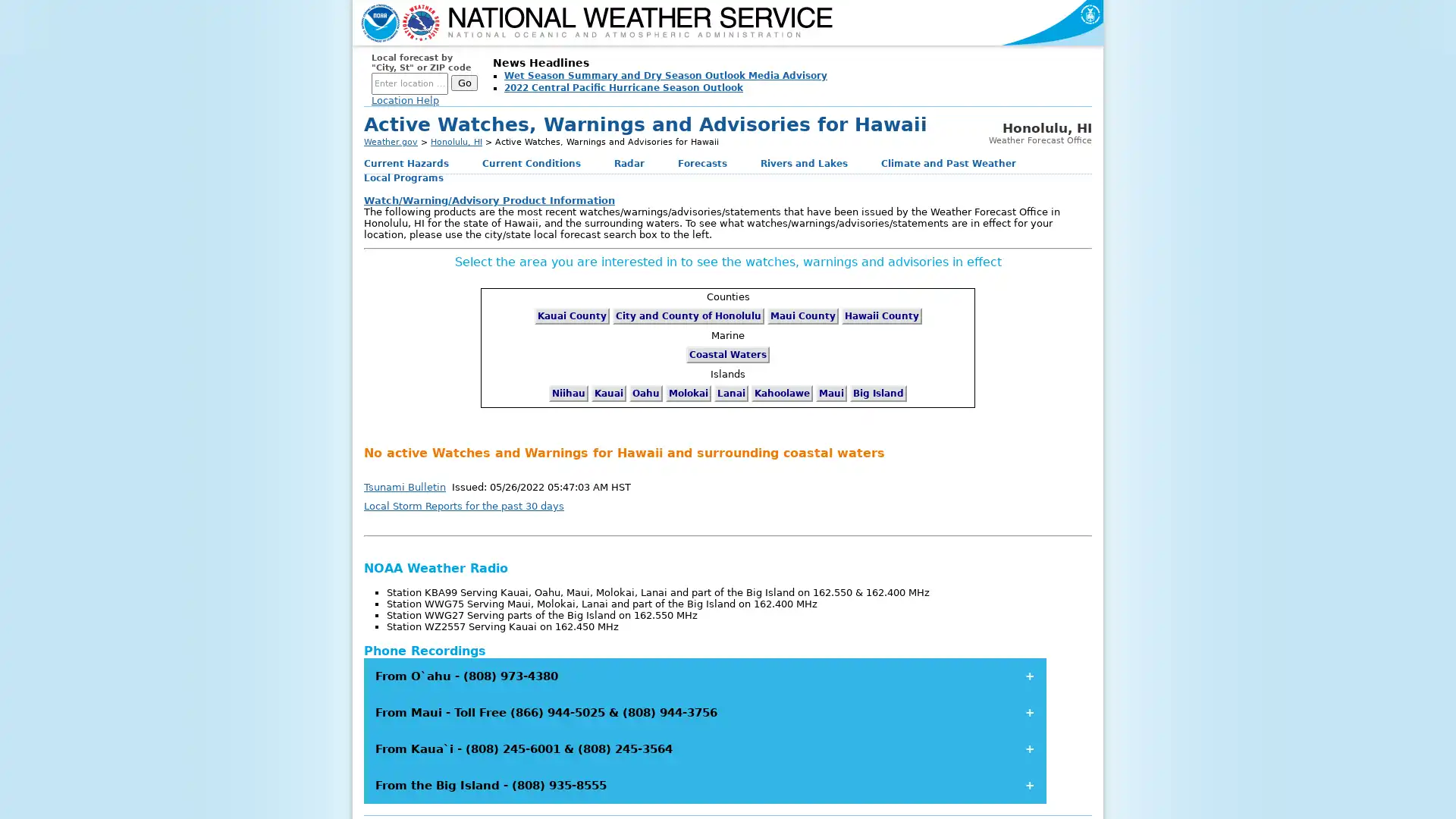 Image resolution: width=1456 pixels, height=819 pixels. What do you see at coordinates (463, 83) in the screenshot?
I see `Go` at bounding box center [463, 83].